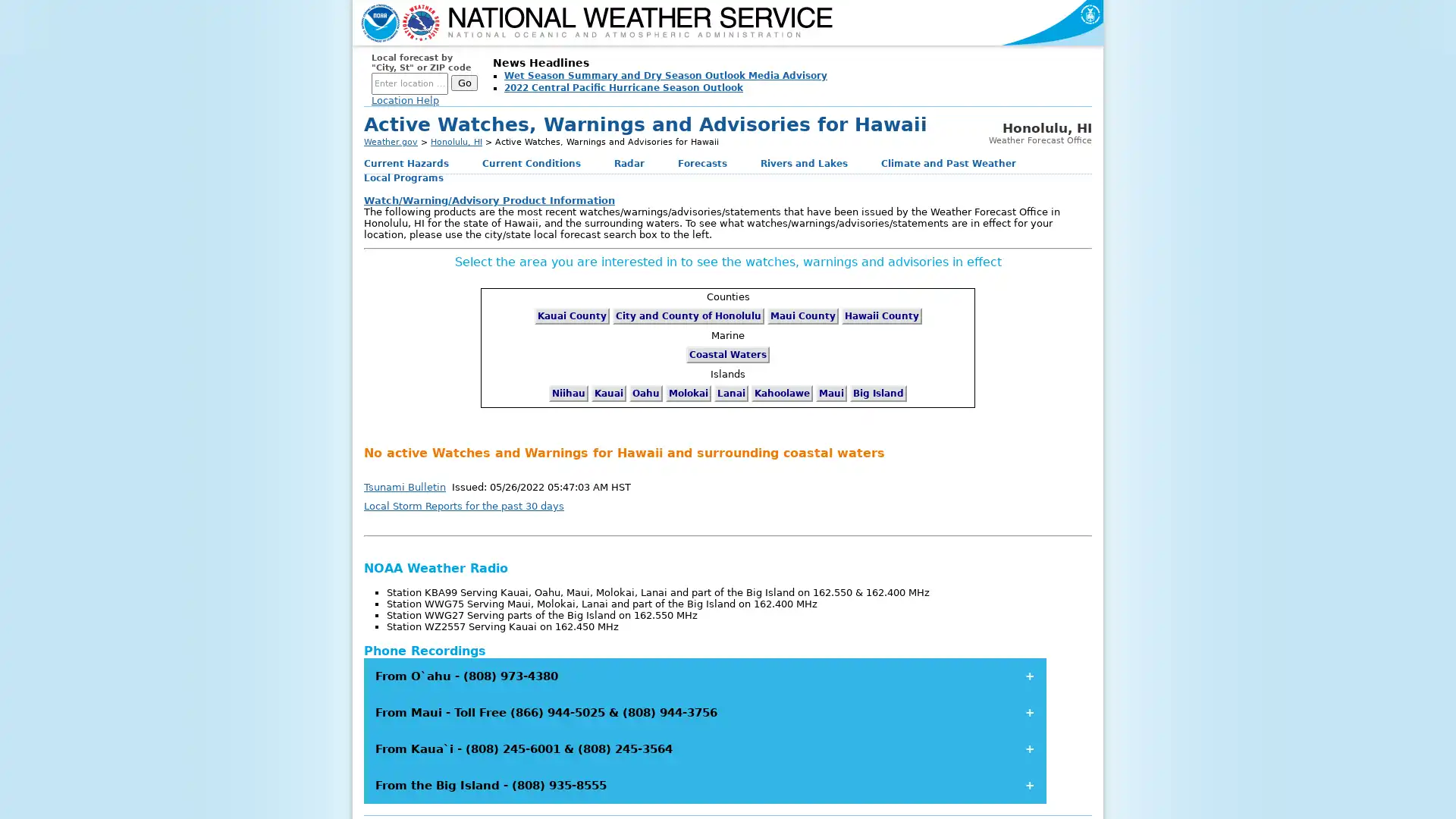 Image resolution: width=1456 pixels, height=819 pixels. What do you see at coordinates (463, 83) in the screenshot?
I see `Go` at bounding box center [463, 83].